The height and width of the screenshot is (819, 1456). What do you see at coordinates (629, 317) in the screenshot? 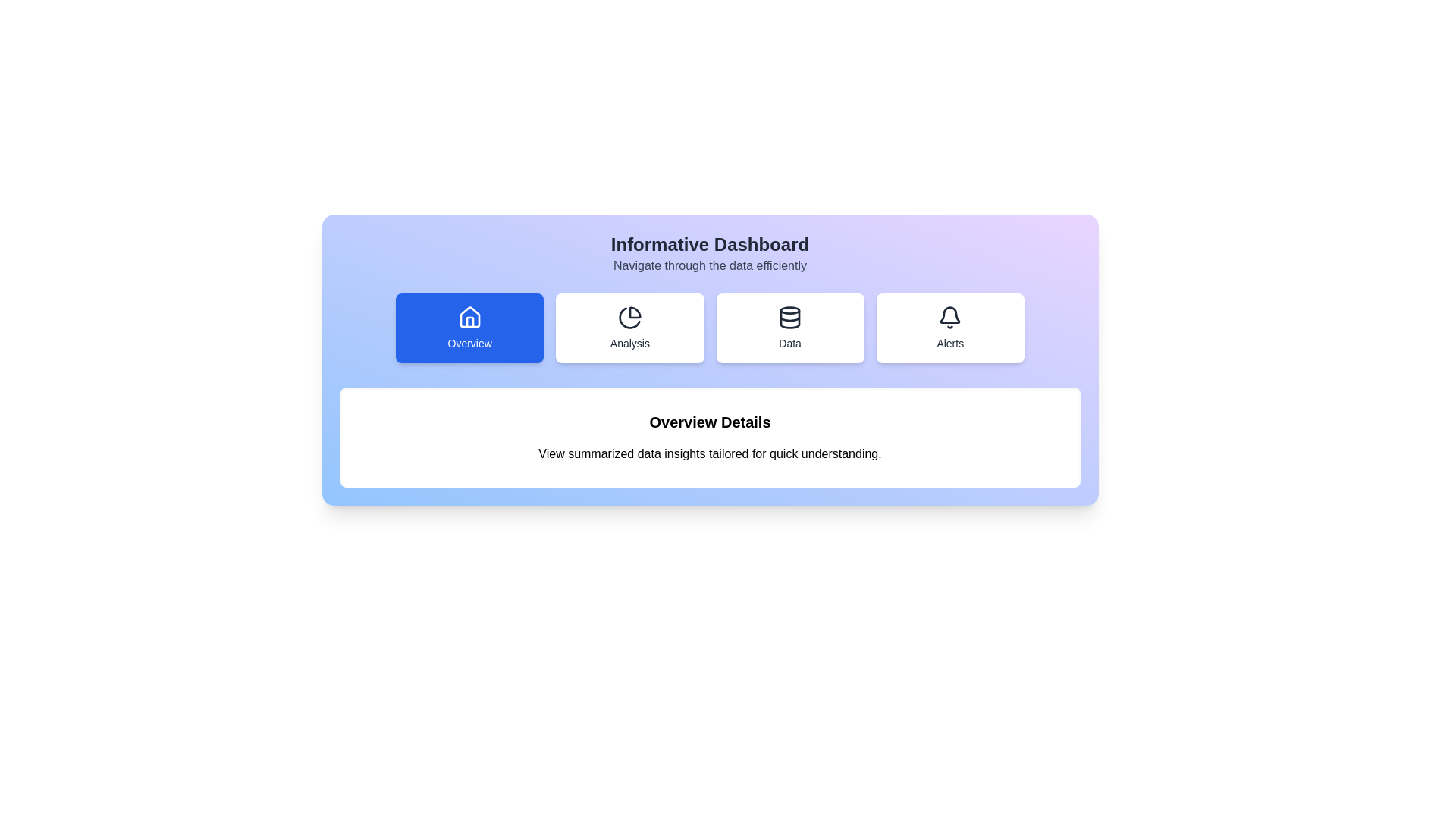
I see `the Icon Shape (Pie Chart Segment) which is part of the 'Analysis' button located between 'Overview' and 'Data'` at bounding box center [629, 317].